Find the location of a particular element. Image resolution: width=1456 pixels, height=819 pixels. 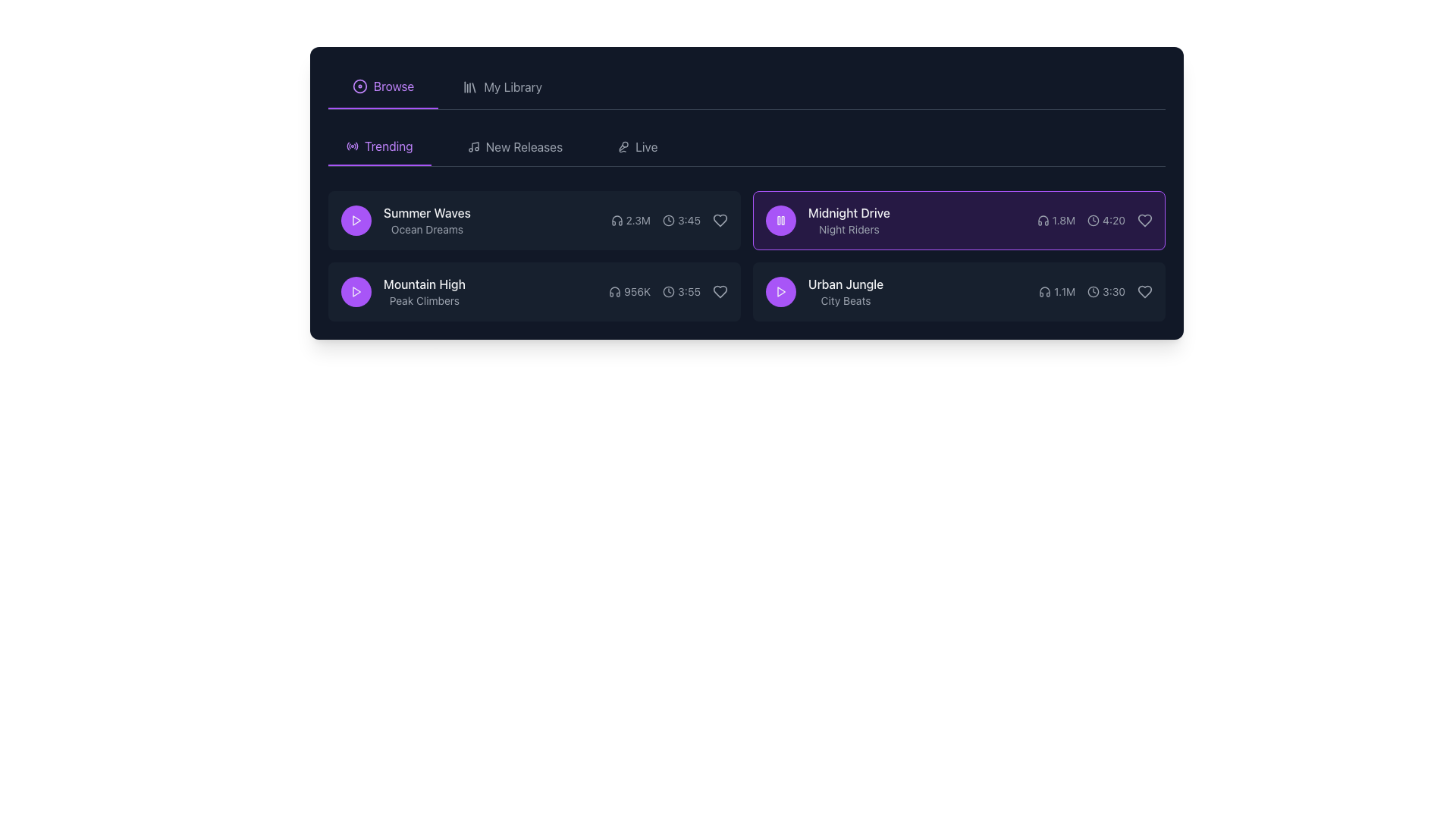

the text element indicating the duration of the track 'Mountain High' by 'Peak Climbers', which is located to the right of the headphone icon and follows the play count text '956K' is located at coordinates (681, 292).